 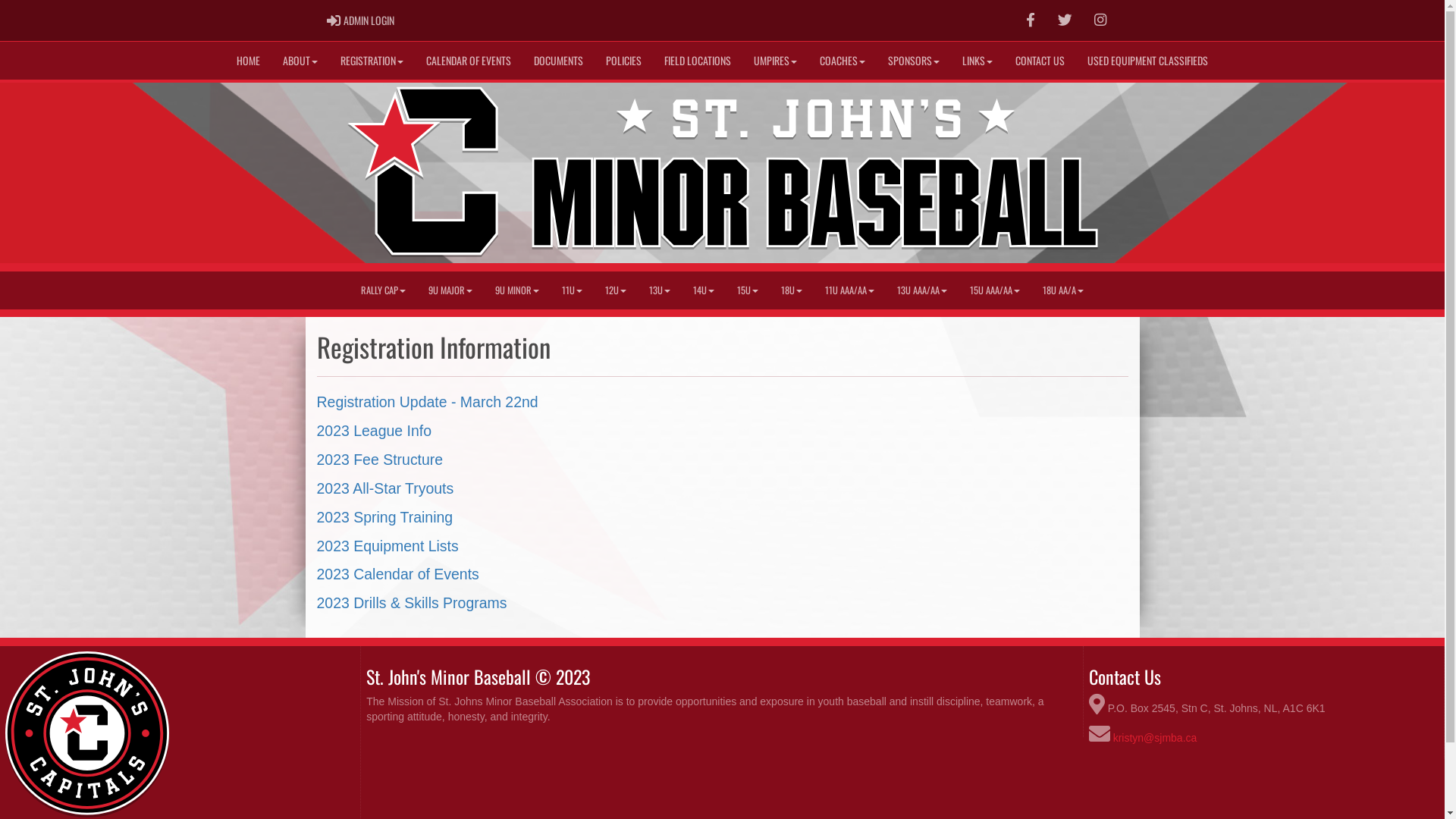 I want to click on '2023 Spring Training', so click(x=385, y=516).